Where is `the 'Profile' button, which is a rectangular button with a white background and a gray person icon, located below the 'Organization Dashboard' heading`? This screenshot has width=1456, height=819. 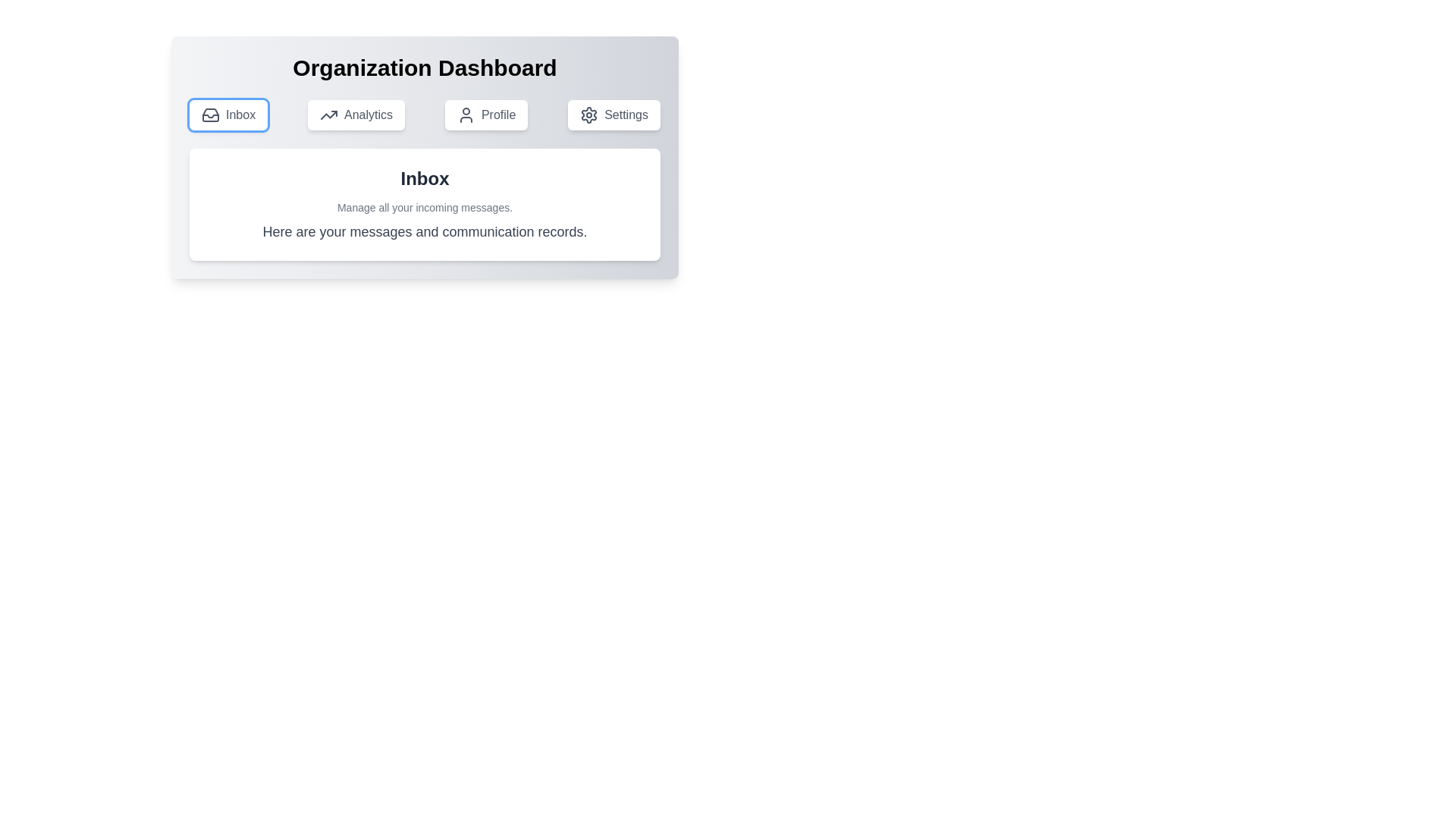
the 'Profile' button, which is a rectangular button with a white background and a gray person icon, located below the 'Organization Dashboard' heading is located at coordinates (486, 114).